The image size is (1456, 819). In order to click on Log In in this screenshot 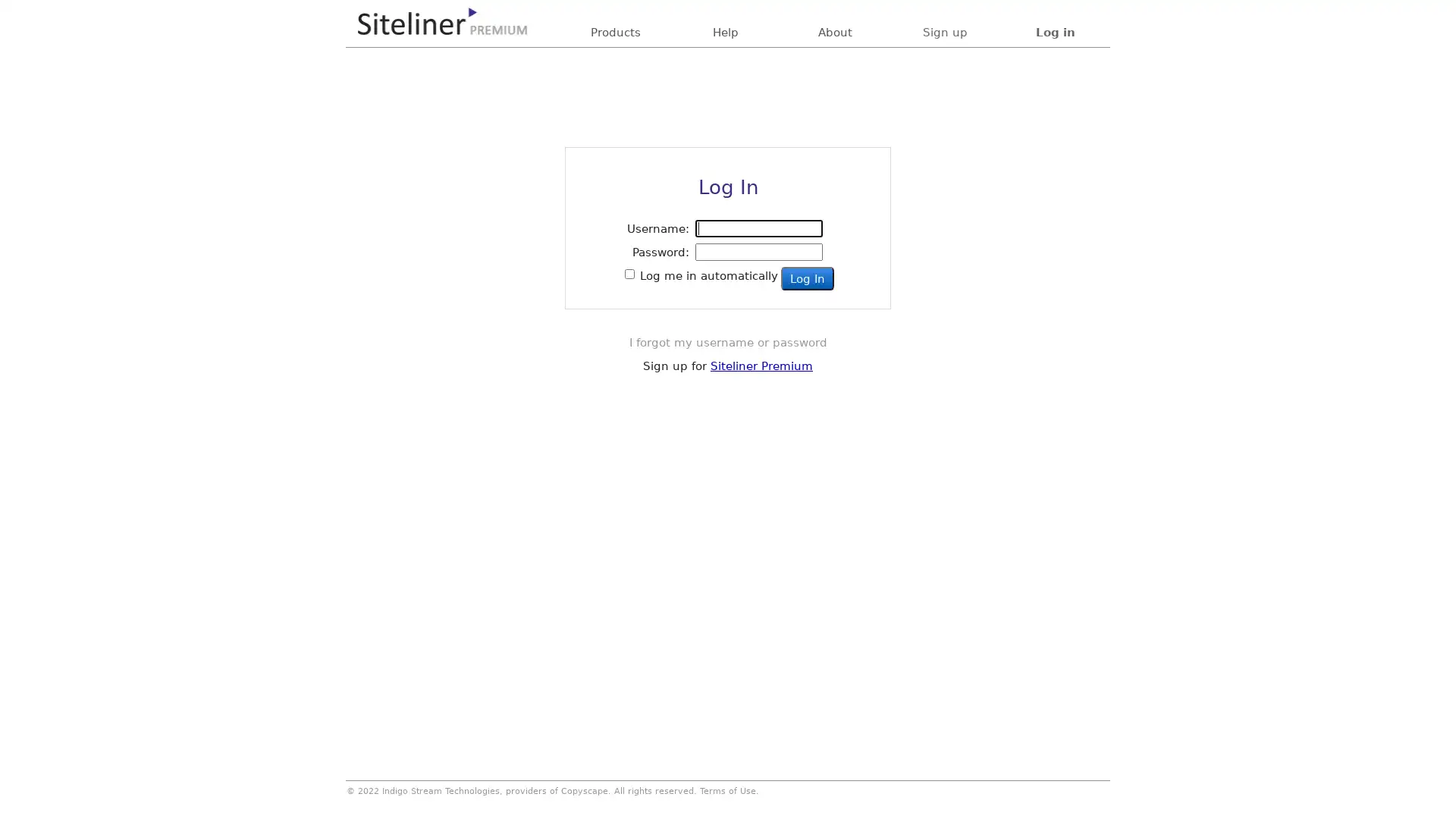, I will do `click(807, 278)`.